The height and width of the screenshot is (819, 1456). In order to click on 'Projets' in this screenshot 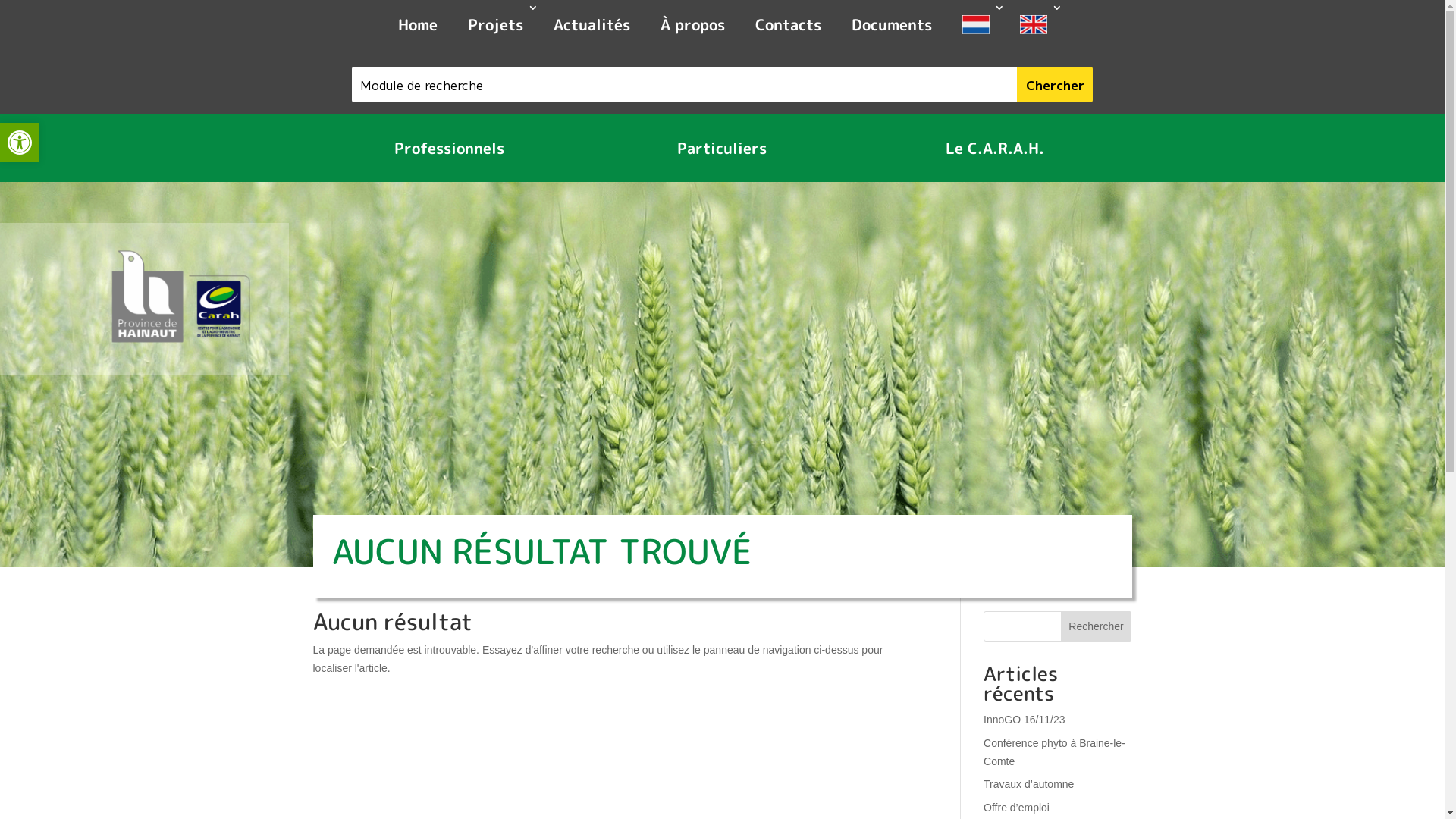, I will do `click(494, 26)`.